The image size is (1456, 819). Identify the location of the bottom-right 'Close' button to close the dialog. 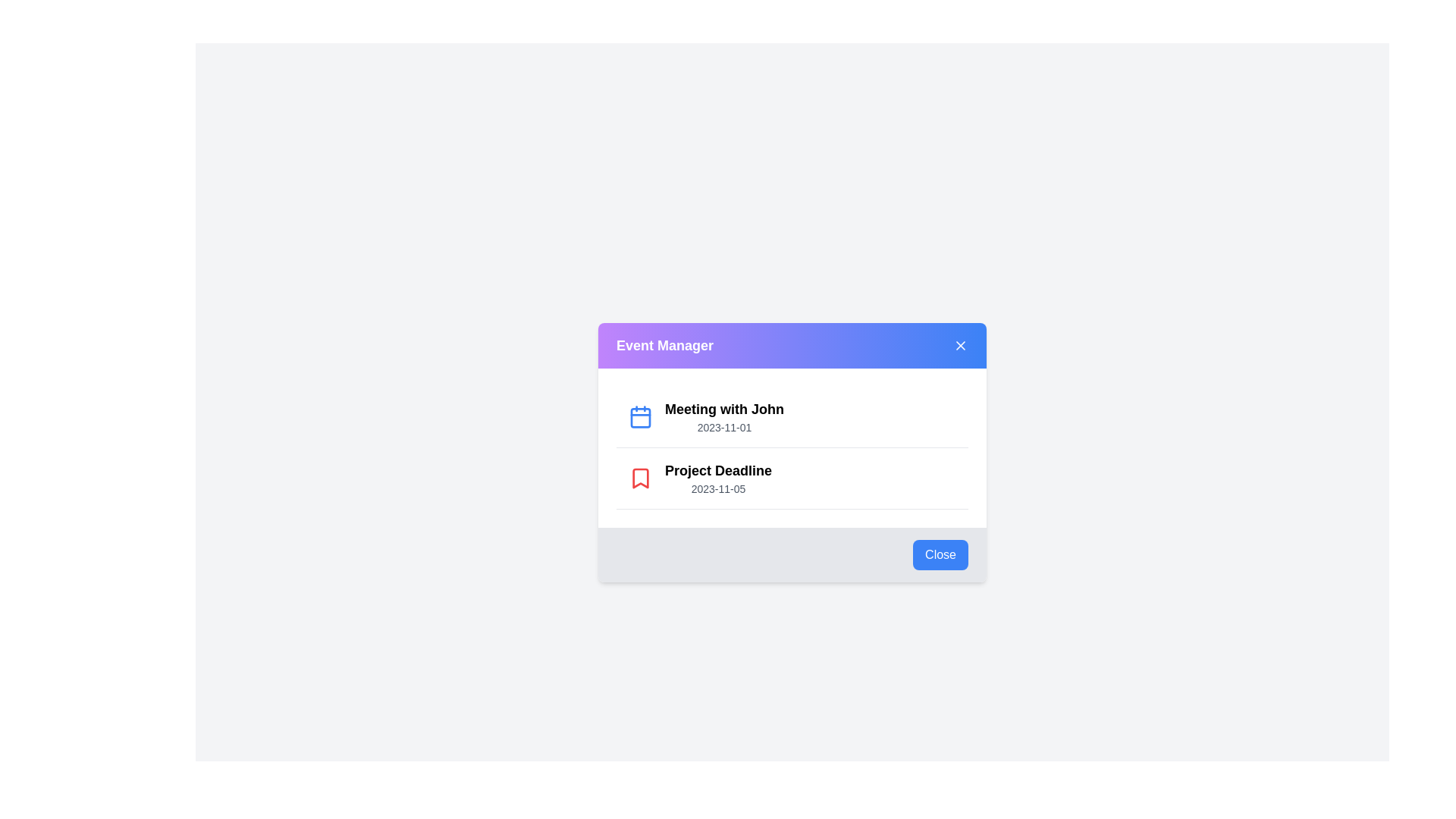
(940, 555).